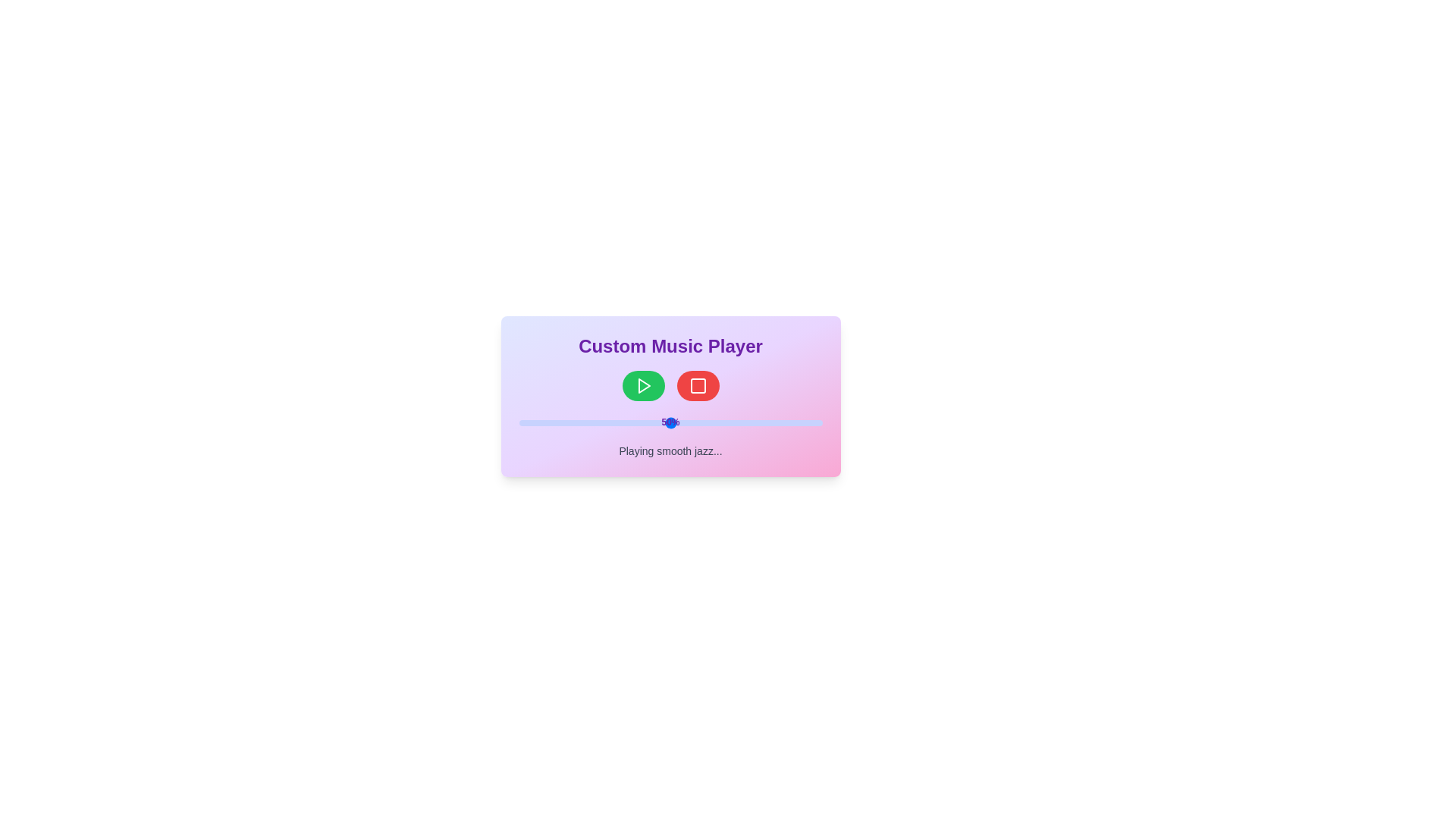 This screenshot has height=819, width=1456. I want to click on the play button icon, which is an SVG inside a circular green background, located in the row of control buttons under the title 'Custom Music Player', so click(644, 385).